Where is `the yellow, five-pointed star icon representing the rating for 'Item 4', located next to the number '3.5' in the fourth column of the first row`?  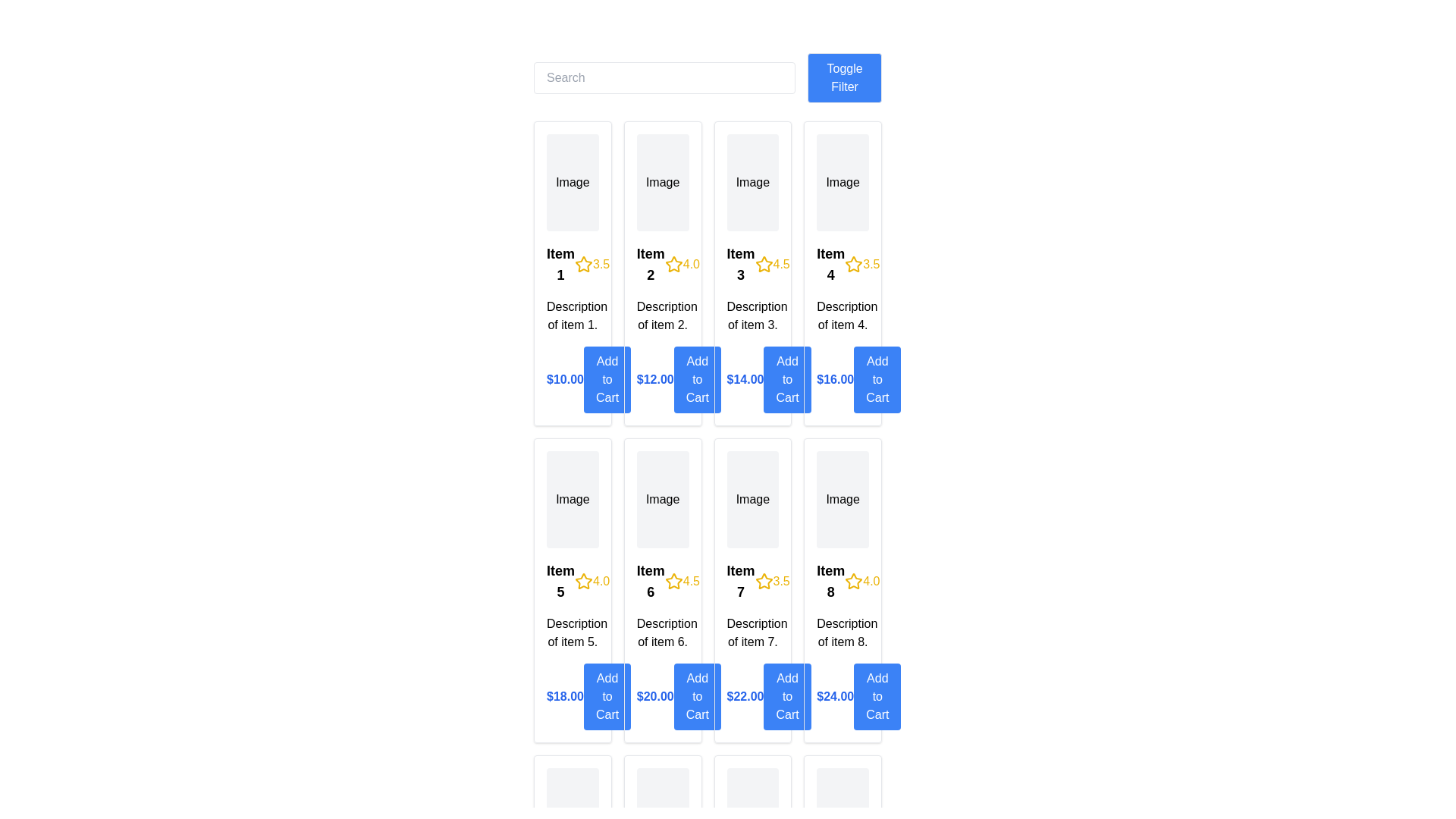
the yellow, five-pointed star icon representing the rating for 'Item 4', located next to the number '3.5' in the fourth column of the first row is located at coordinates (854, 263).